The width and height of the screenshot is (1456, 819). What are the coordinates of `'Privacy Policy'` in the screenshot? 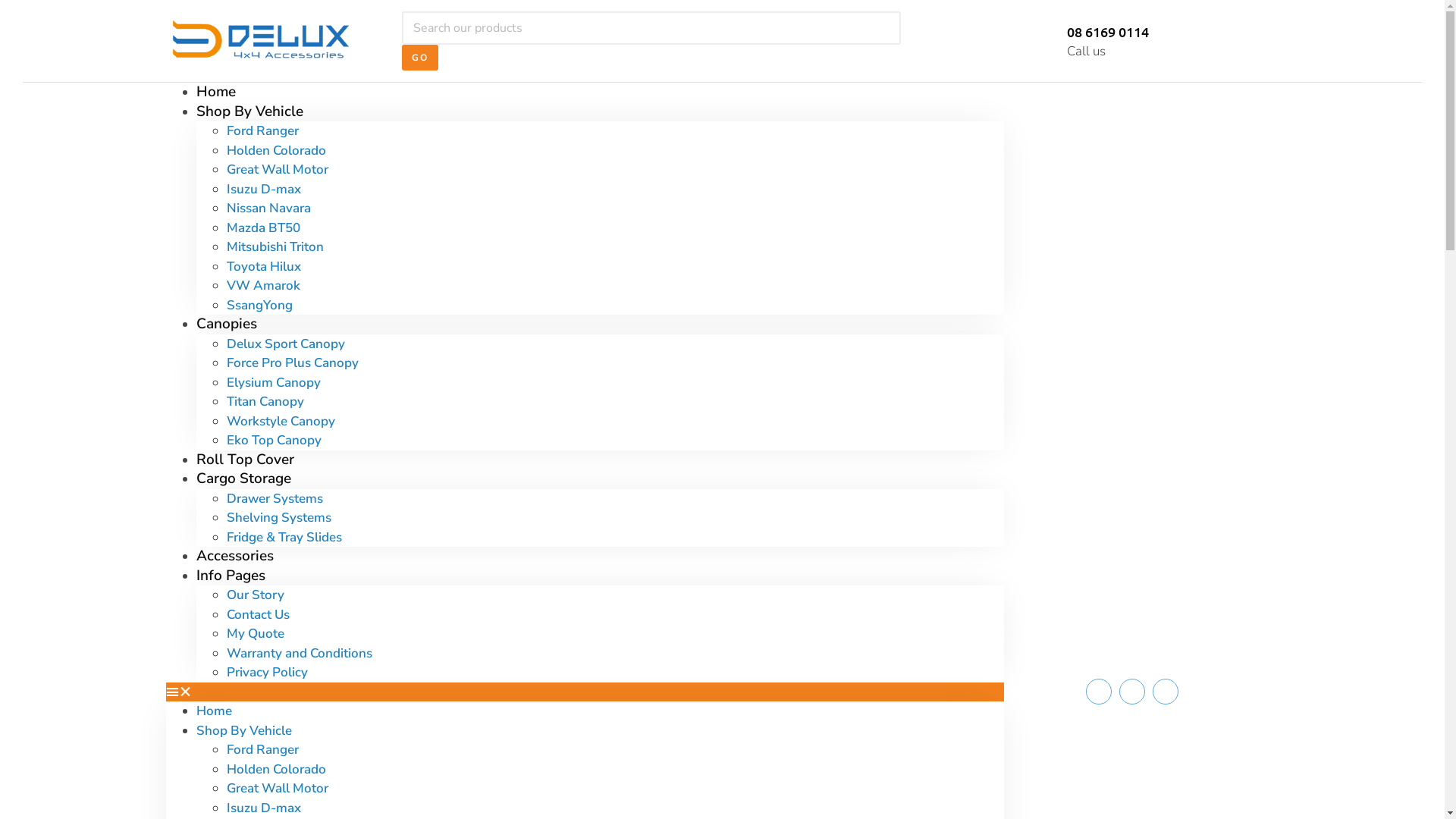 It's located at (266, 671).